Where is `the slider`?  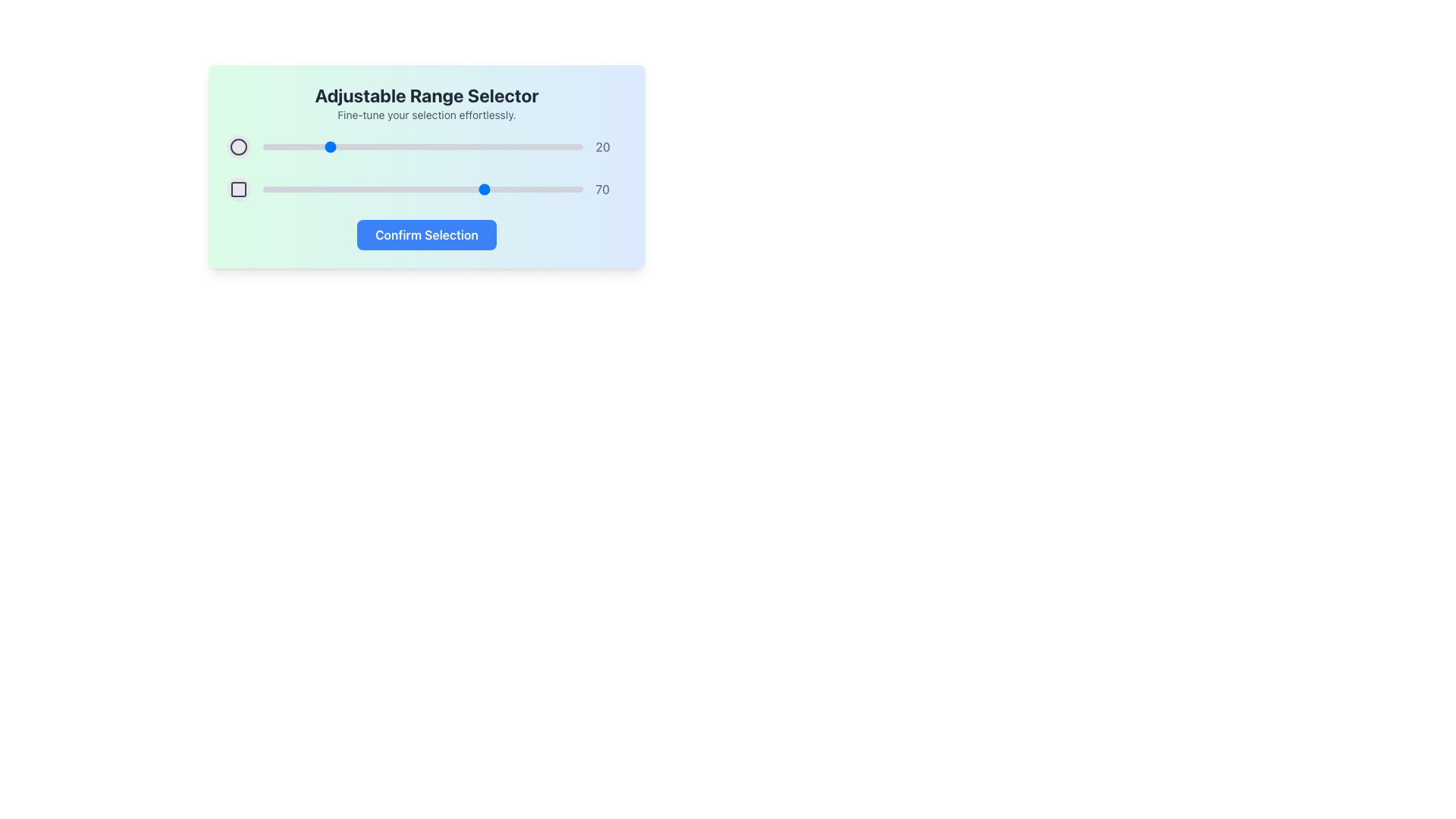 the slider is located at coordinates (579, 189).